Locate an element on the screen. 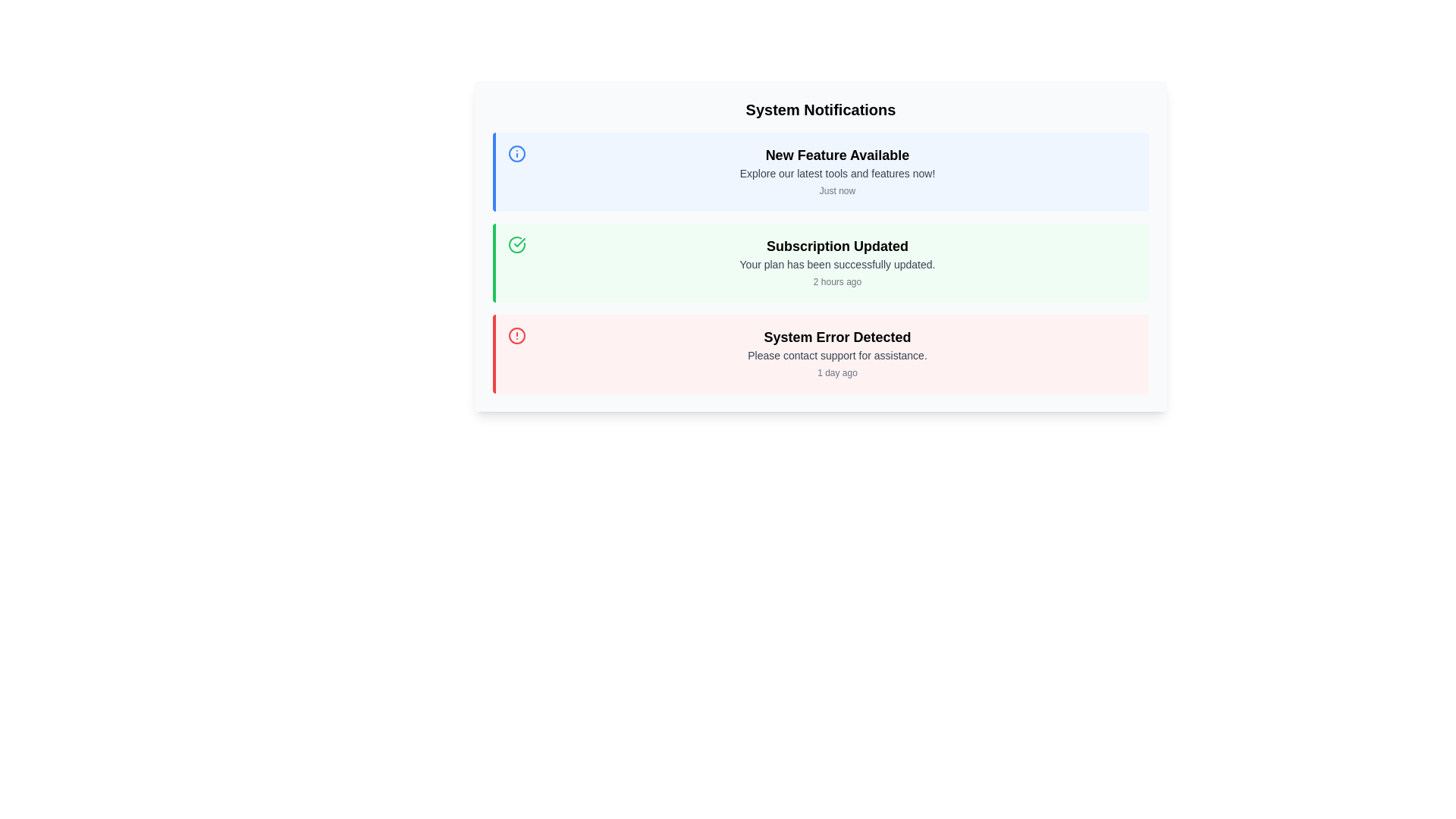  the Text Block that communicates information about the availability of a new feature, located in the center of the blue-highlighted notification block in the 'System Notifications' section is located at coordinates (836, 171).